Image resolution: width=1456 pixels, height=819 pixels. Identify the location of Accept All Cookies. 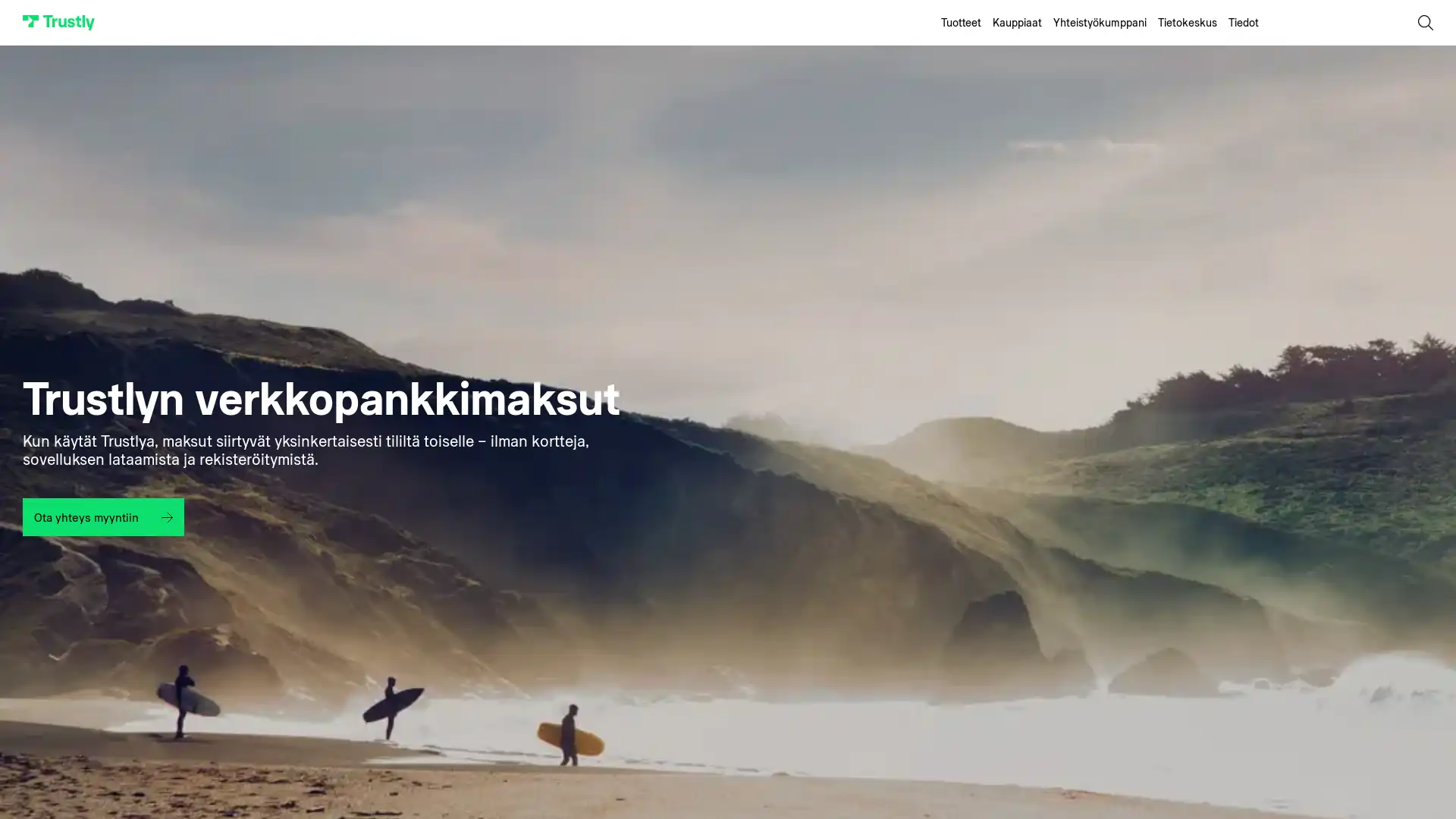
(574, 175).